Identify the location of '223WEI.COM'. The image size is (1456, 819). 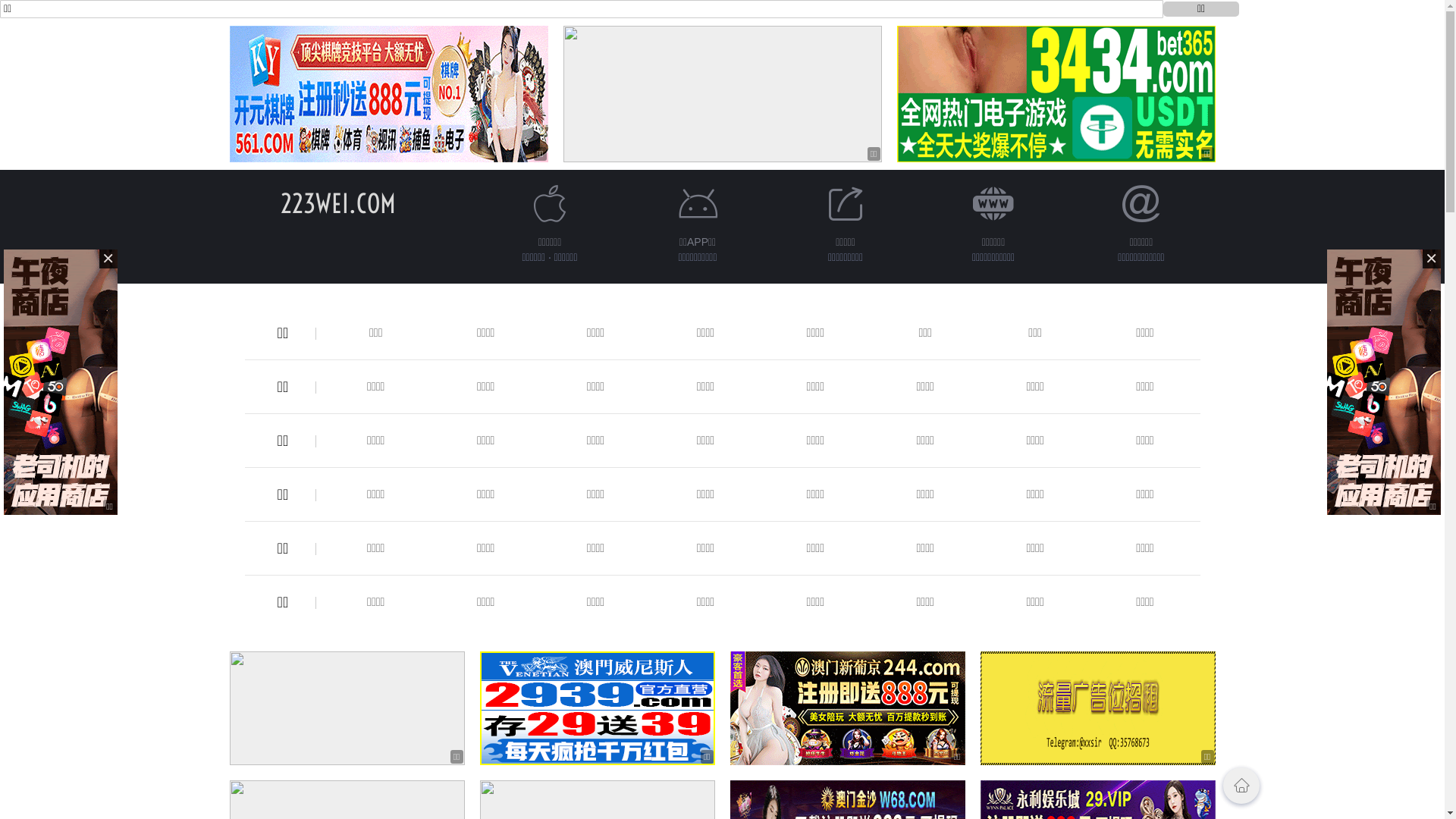
(337, 202).